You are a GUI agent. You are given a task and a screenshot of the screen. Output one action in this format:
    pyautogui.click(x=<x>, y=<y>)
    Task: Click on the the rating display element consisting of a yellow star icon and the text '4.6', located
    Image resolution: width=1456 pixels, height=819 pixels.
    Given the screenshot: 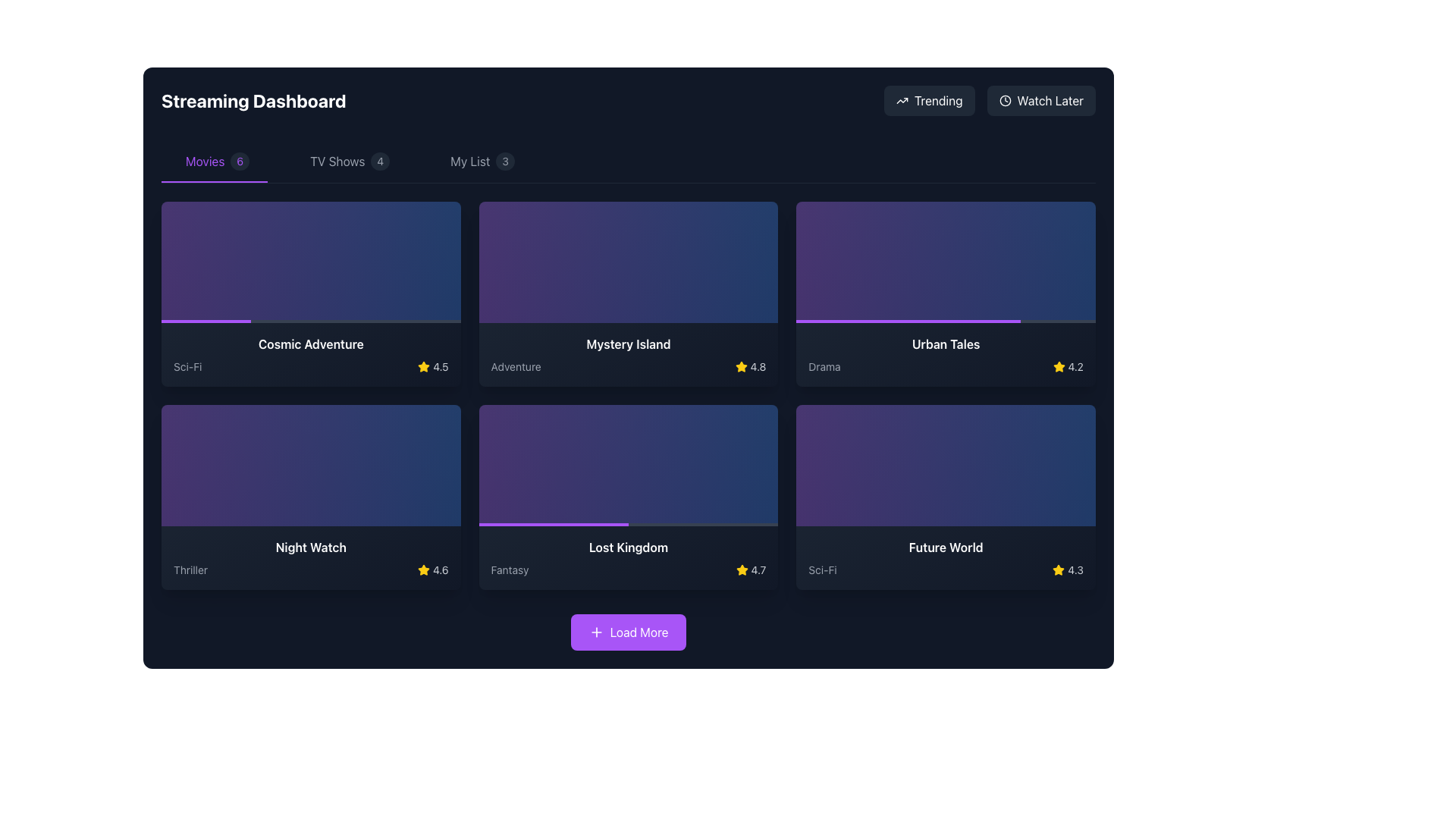 What is the action you would take?
    pyautogui.click(x=432, y=570)
    